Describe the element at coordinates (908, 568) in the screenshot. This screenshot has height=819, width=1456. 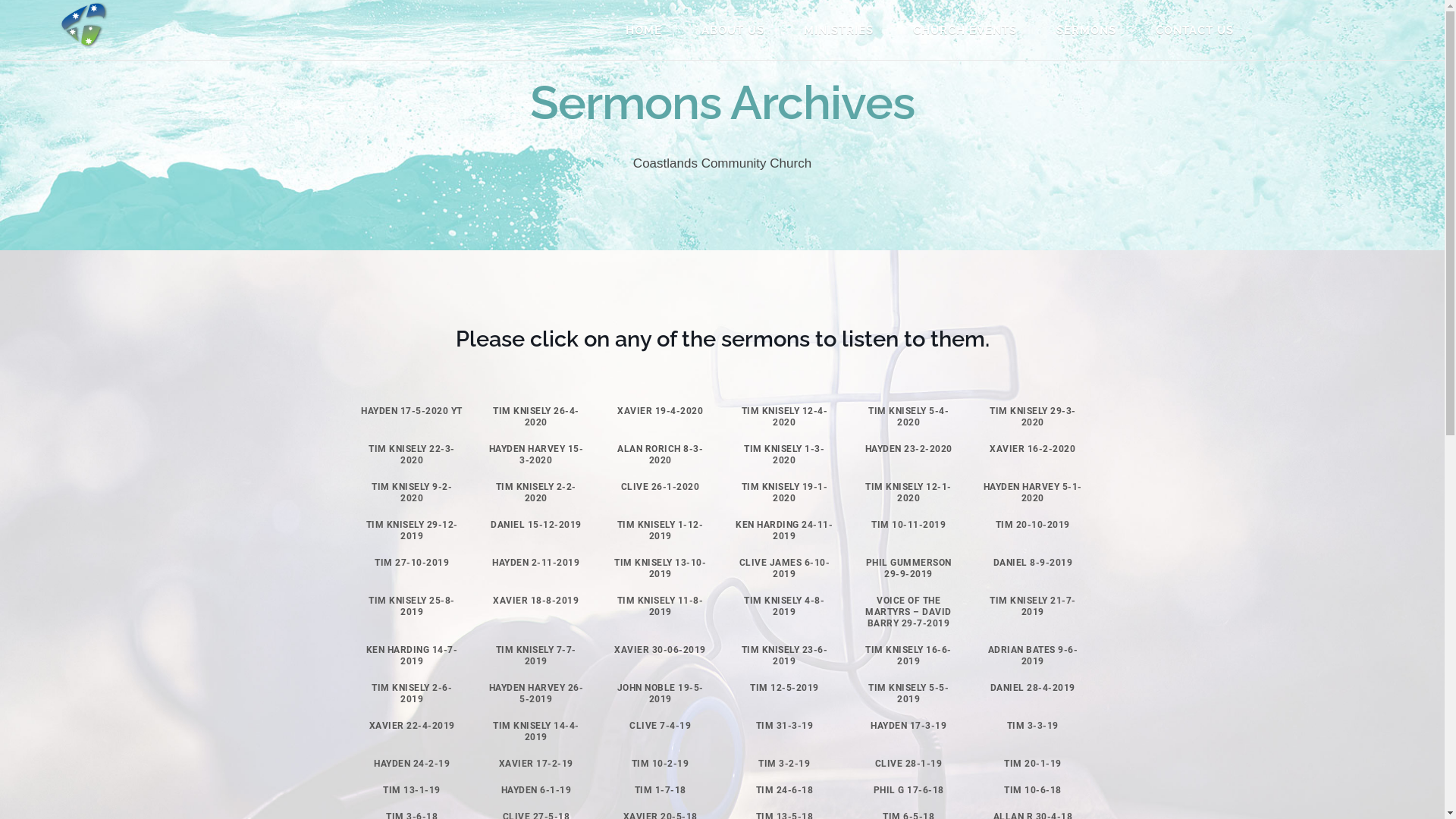
I see `'PHIL GUMMERSON 29-9-2019'` at that location.